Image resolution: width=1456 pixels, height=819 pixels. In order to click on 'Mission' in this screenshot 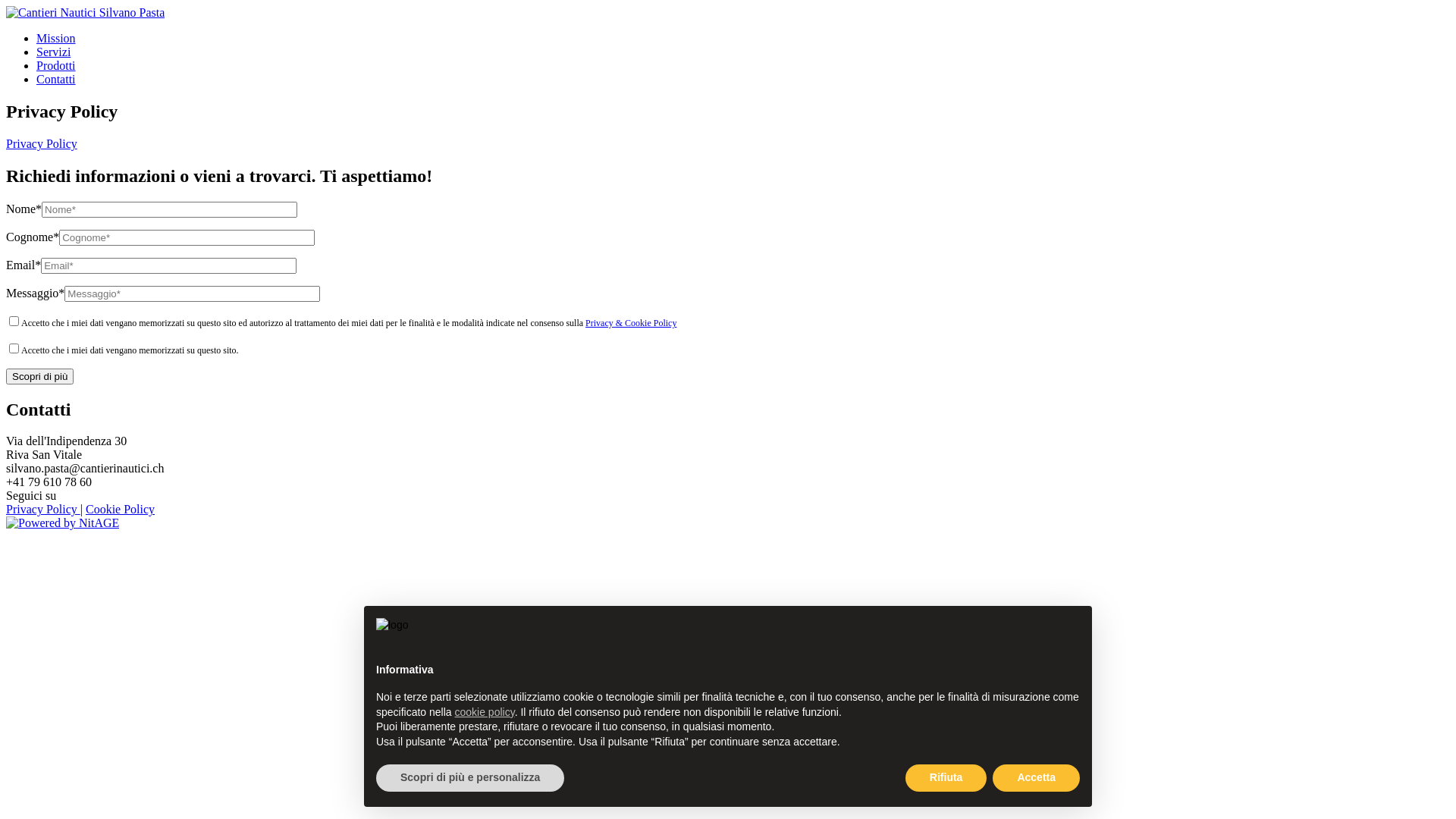, I will do `click(36, 37)`.